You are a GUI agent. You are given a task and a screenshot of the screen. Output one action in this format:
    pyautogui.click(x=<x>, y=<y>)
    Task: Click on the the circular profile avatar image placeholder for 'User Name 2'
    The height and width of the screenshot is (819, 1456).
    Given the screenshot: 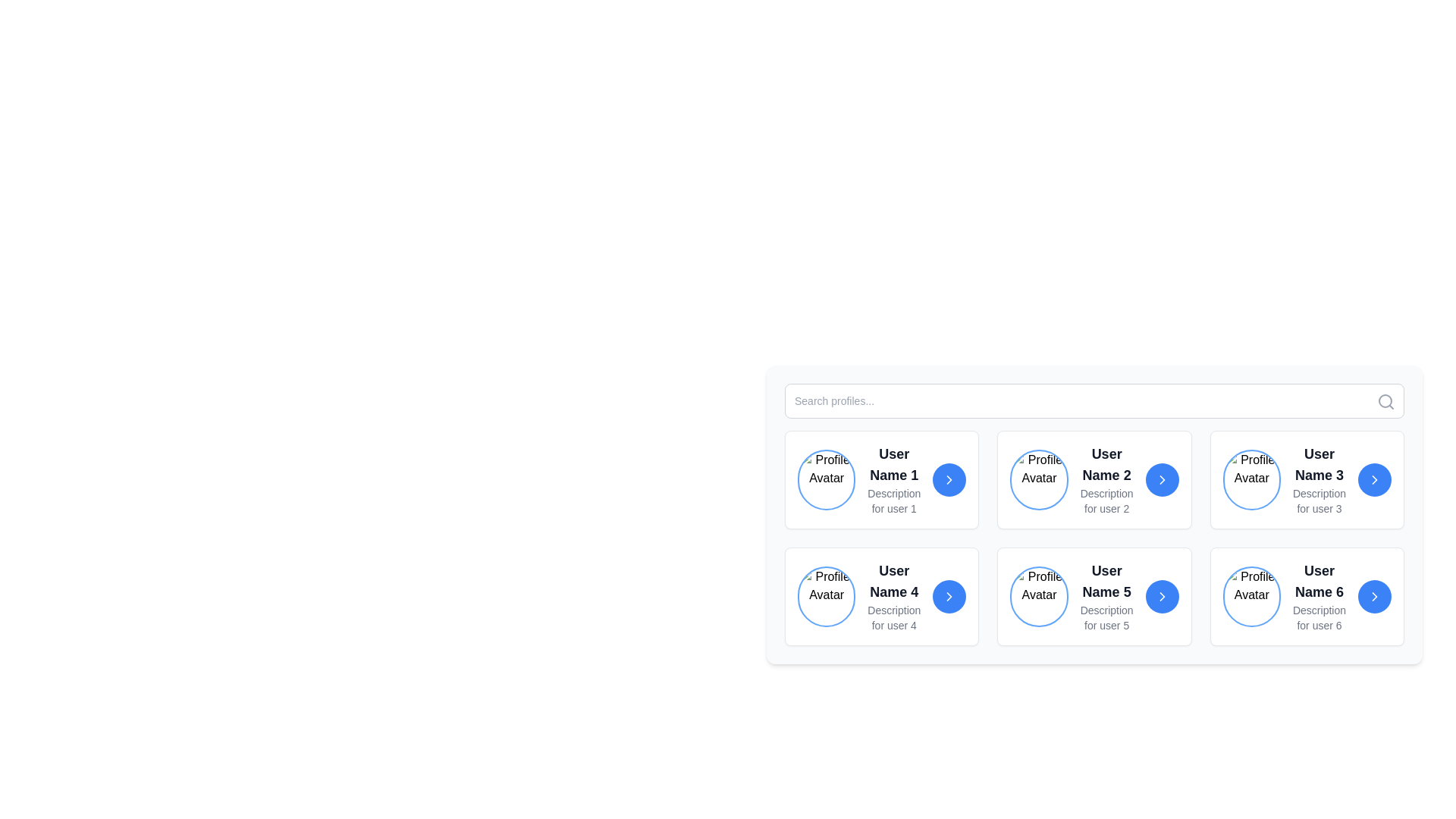 What is the action you would take?
    pyautogui.click(x=1037, y=479)
    